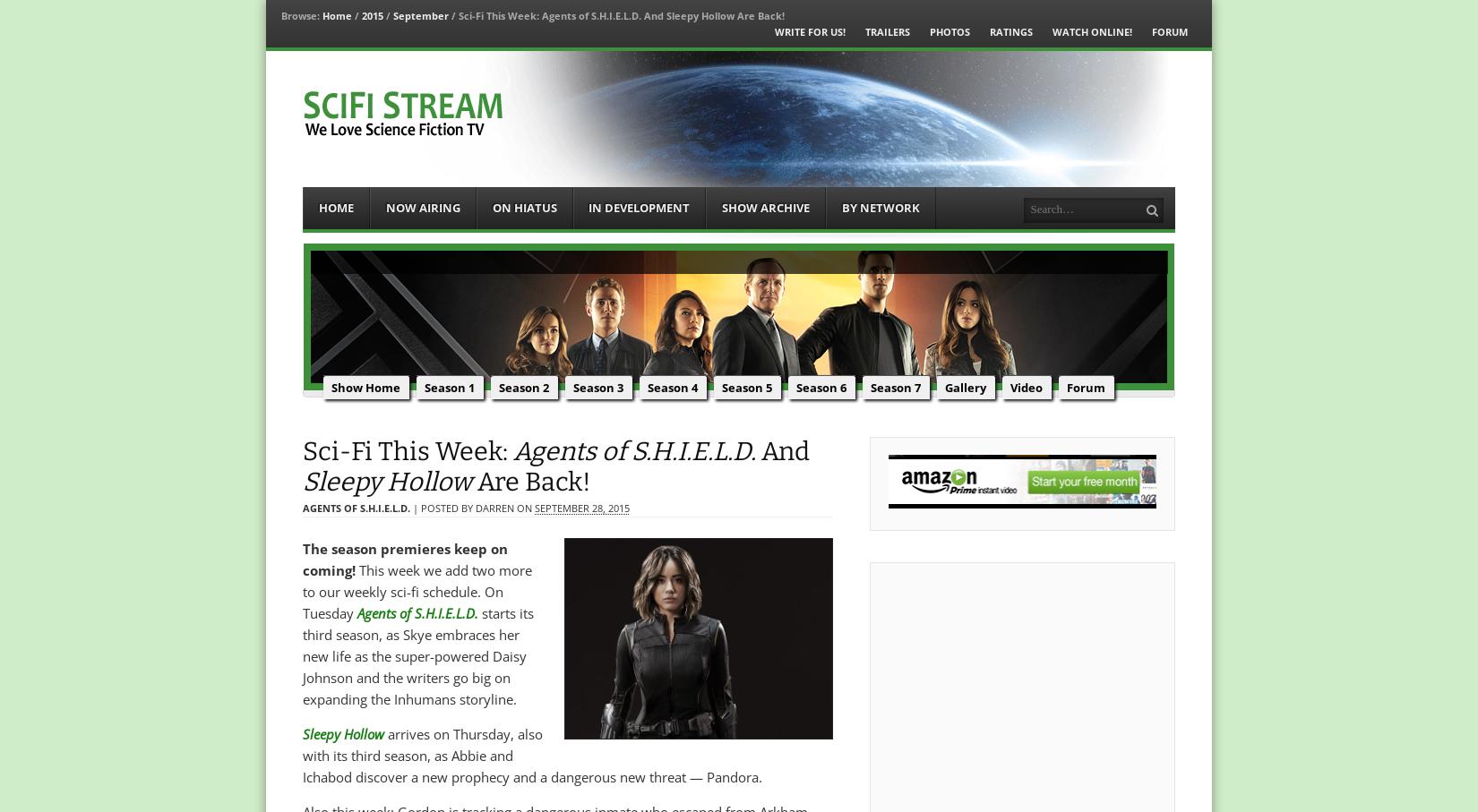 This screenshot has width=1478, height=812. I want to click on 'On Hiatus', so click(522, 208).